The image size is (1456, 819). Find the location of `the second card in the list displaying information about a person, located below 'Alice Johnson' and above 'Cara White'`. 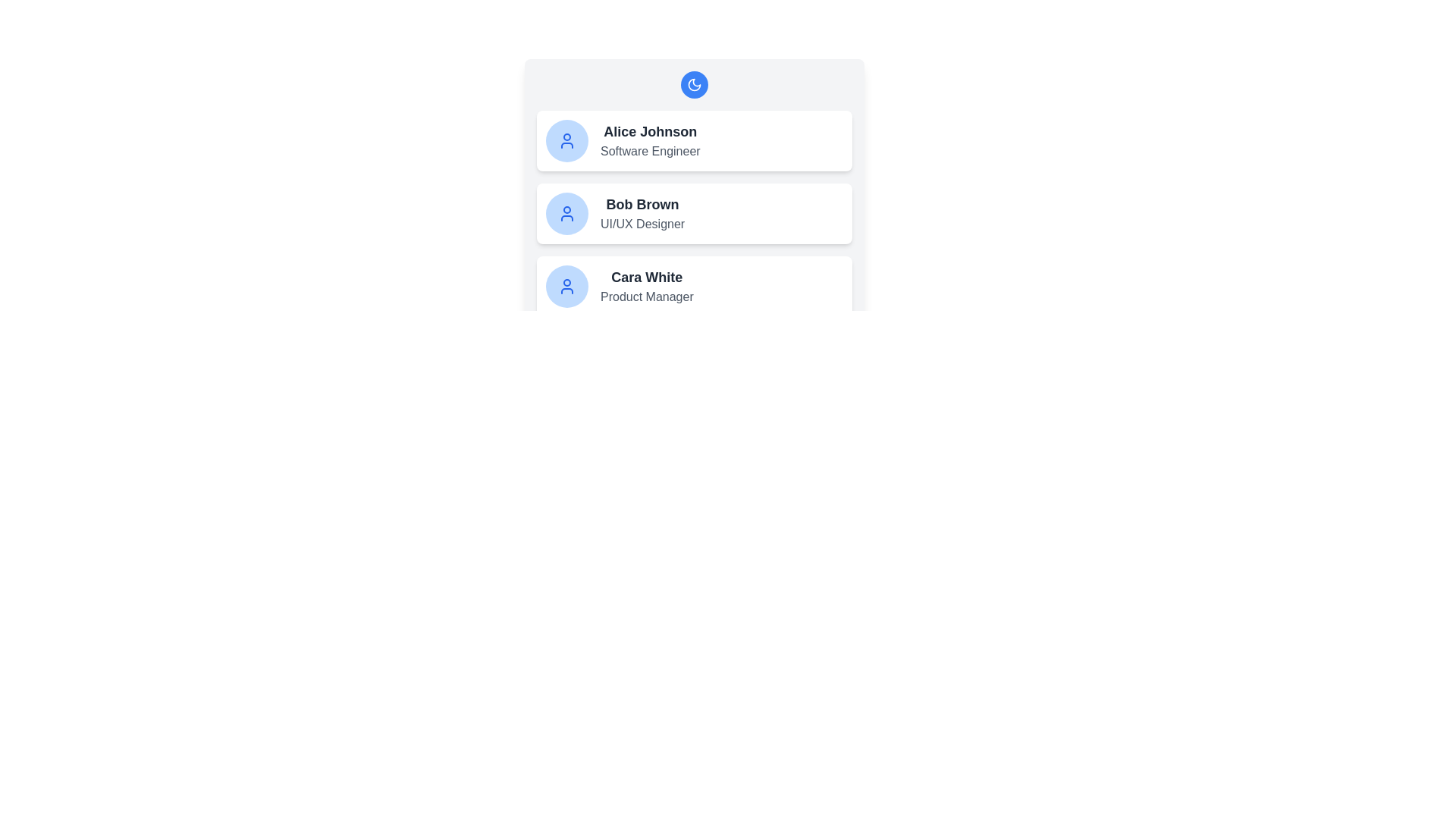

the second card in the list displaying information about a person, located below 'Alice Johnson' and above 'Cara White' is located at coordinates (694, 213).